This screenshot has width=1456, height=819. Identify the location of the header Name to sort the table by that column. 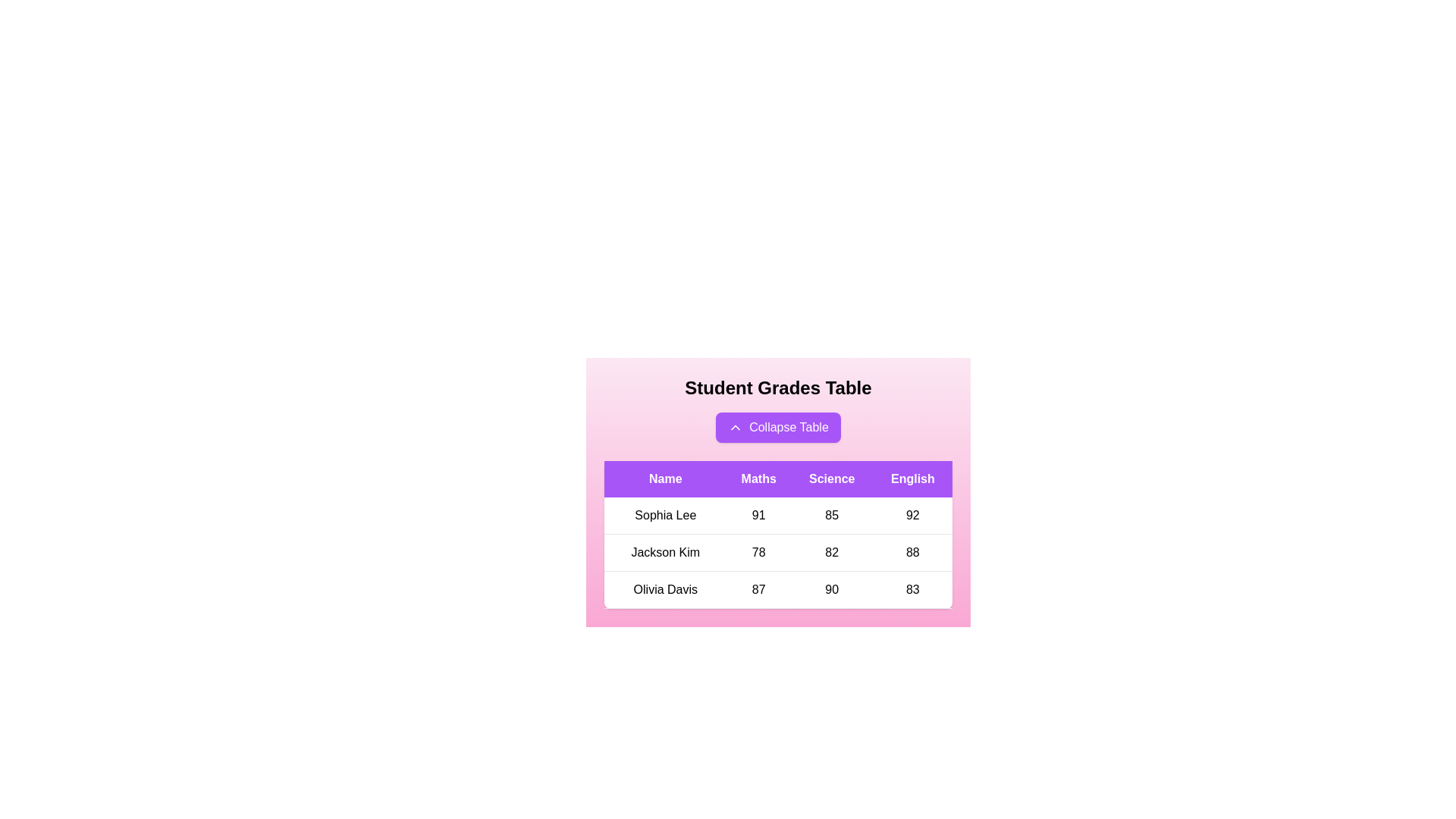
(665, 479).